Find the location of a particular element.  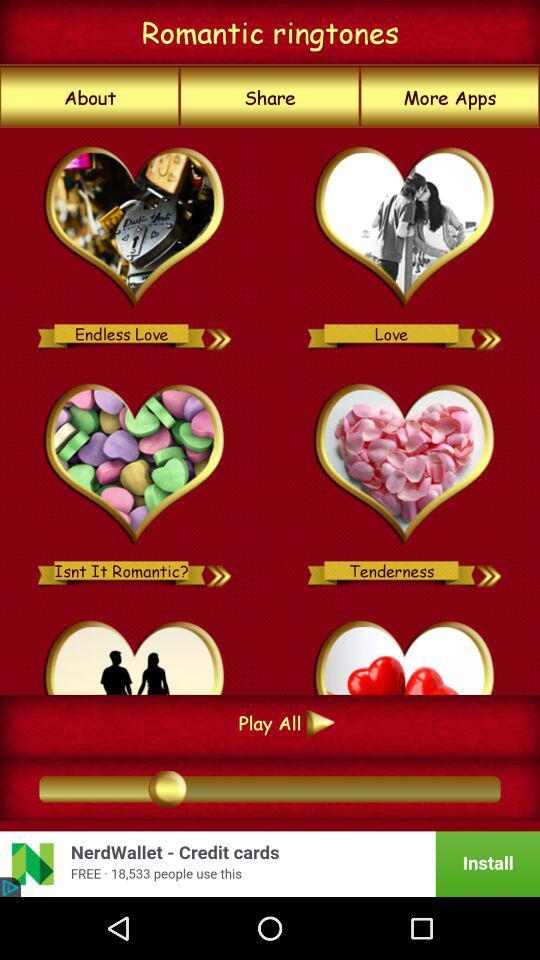

endless love is located at coordinates (135, 228).